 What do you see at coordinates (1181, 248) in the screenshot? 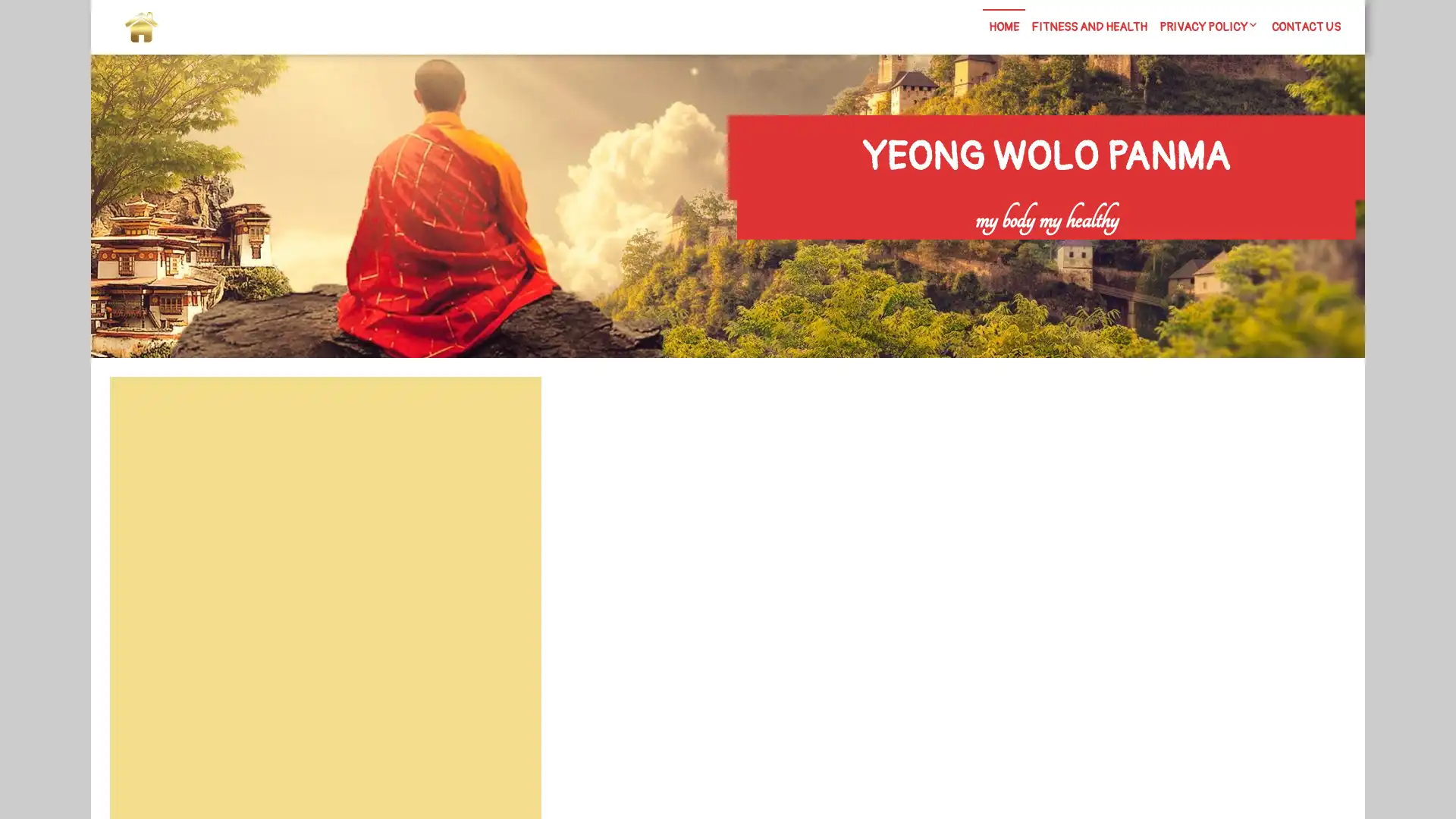
I see `Search` at bounding box center [1181, 248].